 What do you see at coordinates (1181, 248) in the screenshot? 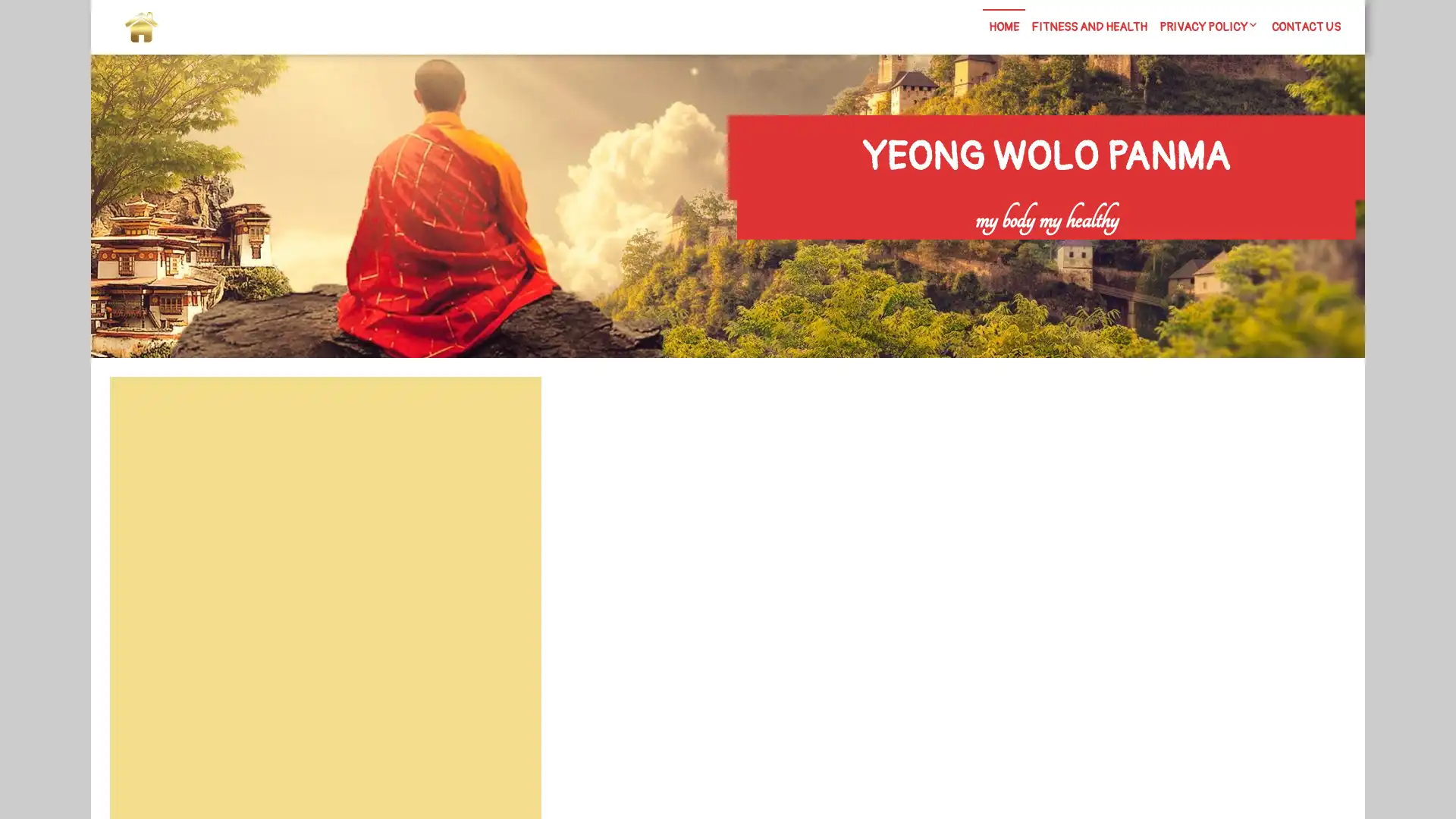
I see `Search` at bounding box center [1181, 248].